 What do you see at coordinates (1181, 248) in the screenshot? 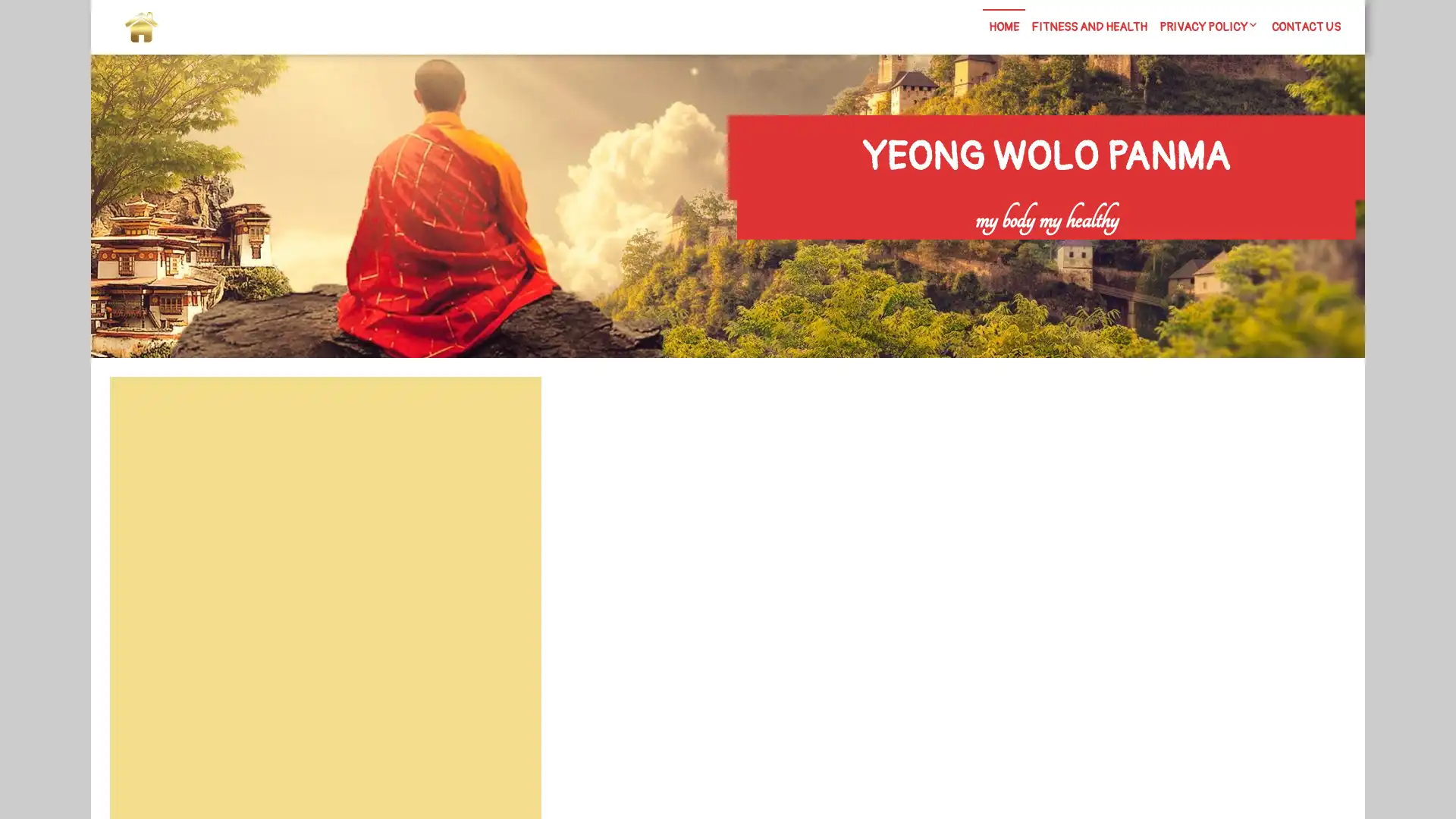
I see `Search` at bounding box center [1181, 248].